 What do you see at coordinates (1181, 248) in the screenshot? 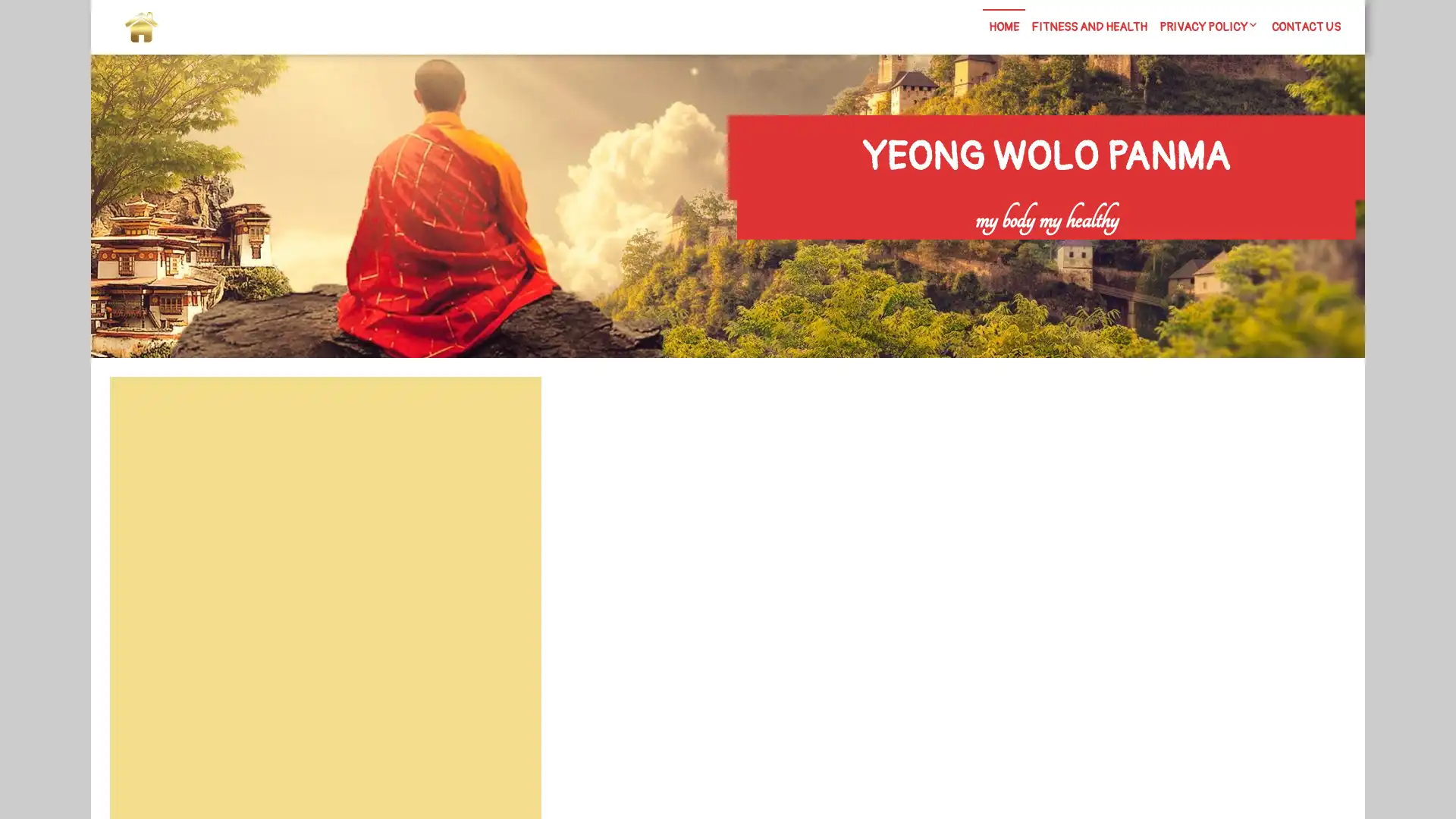
I see `Search` at bounding box center [1181, 248].